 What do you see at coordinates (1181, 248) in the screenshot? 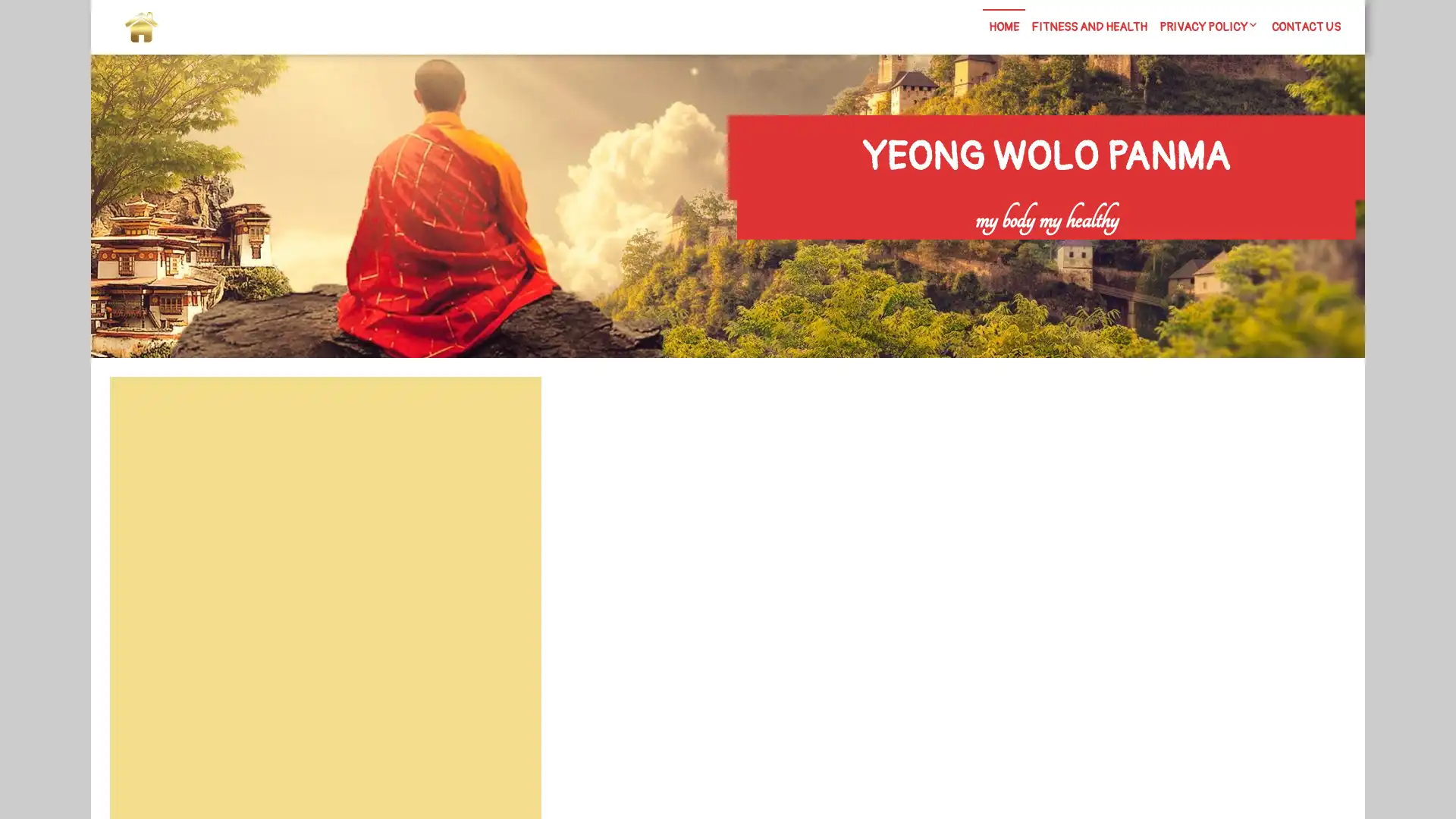
I see `Search` at bounding box center [1181, 248].